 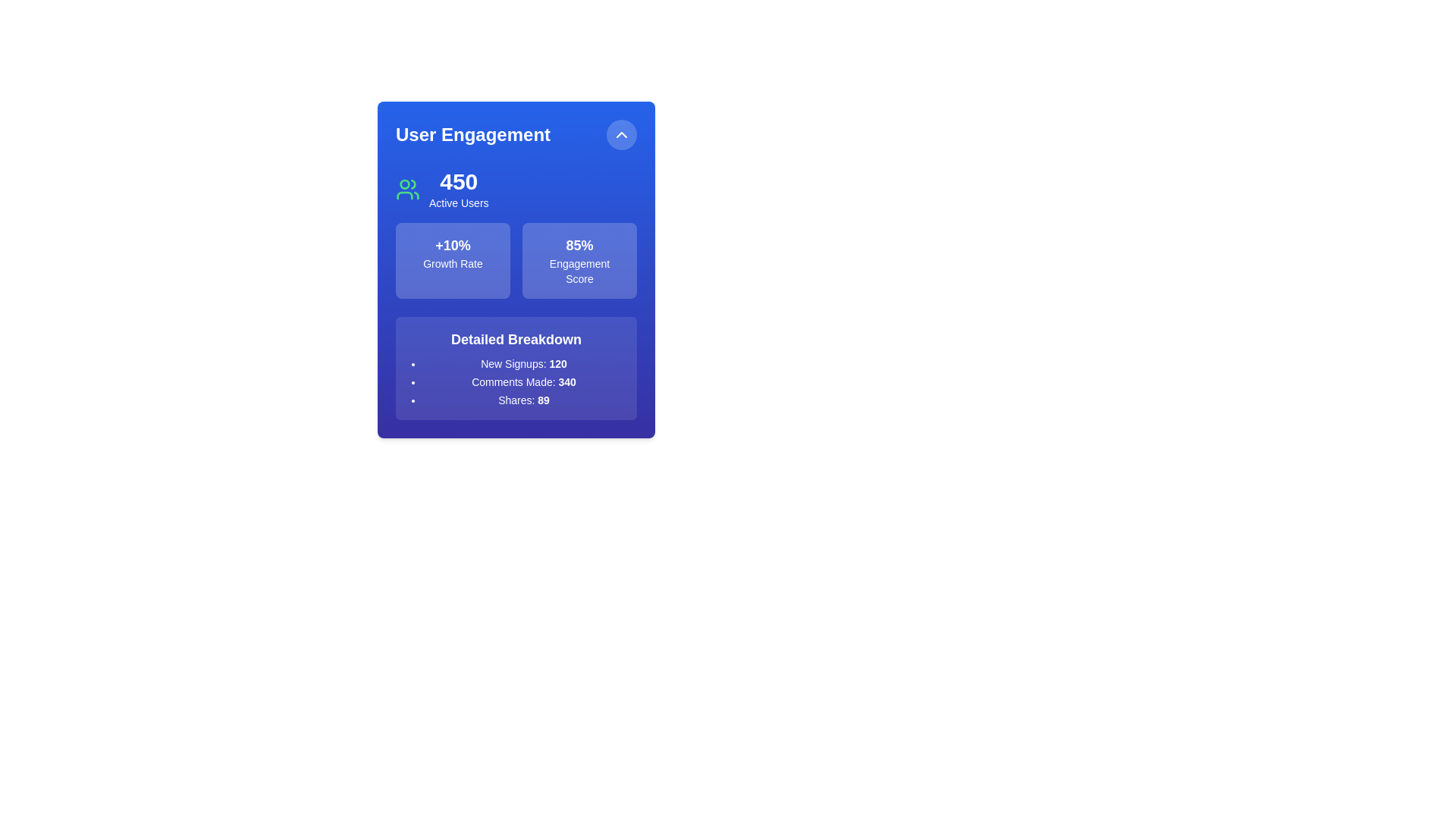 I want to click on the text label displaying 'Engagement Score', which is positioned below the larger percentage text ('85%') in the upper right section of the user engagement interface, so click(x=579, y=271).